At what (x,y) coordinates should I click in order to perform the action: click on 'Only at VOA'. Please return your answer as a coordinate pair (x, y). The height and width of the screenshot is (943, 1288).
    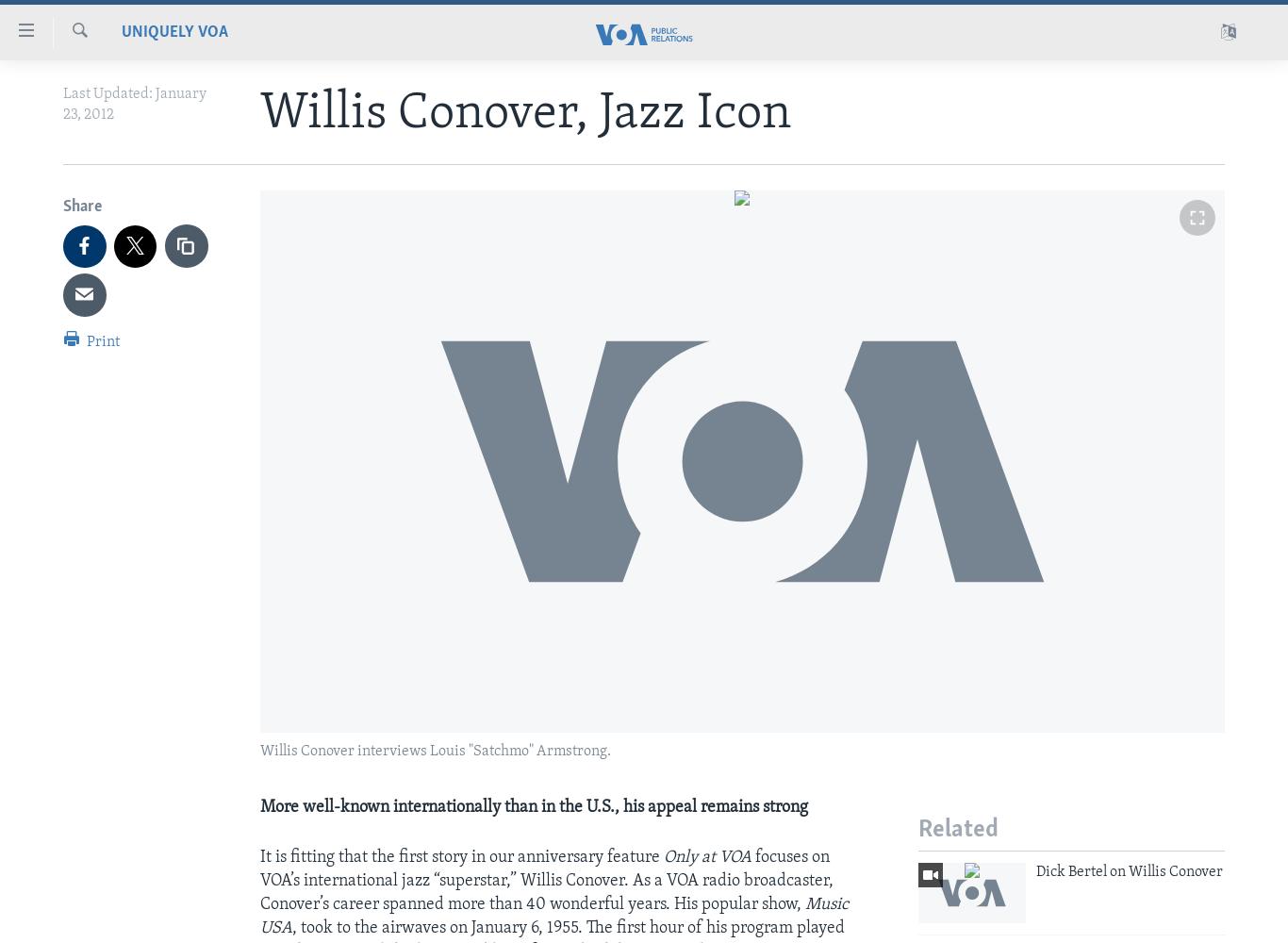
    Looking at the image, I should click on (707, 856).